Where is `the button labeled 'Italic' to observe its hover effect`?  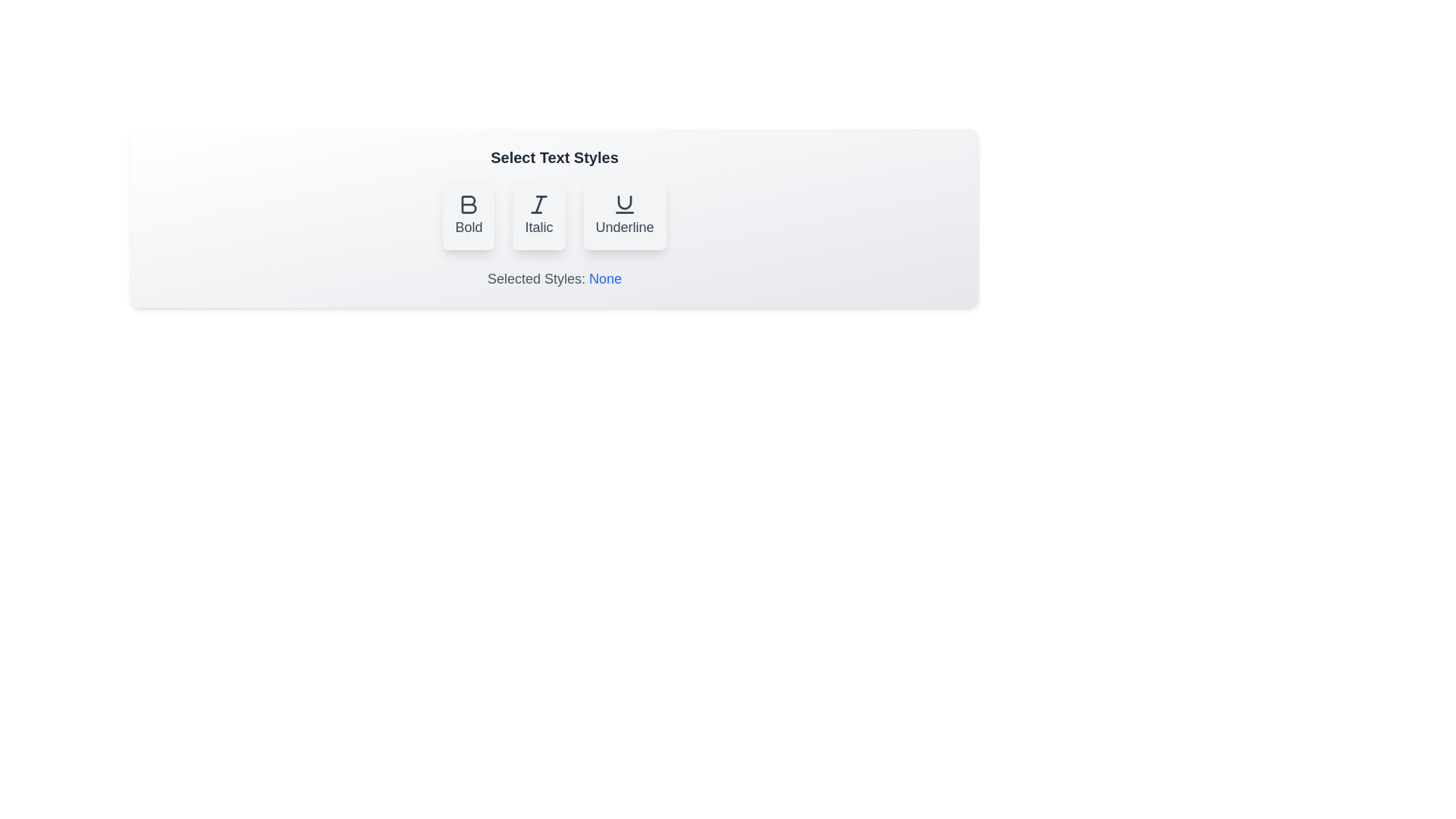
the button labeled 'Italic' to observe its hover effect is located at coordinates (538, 215).